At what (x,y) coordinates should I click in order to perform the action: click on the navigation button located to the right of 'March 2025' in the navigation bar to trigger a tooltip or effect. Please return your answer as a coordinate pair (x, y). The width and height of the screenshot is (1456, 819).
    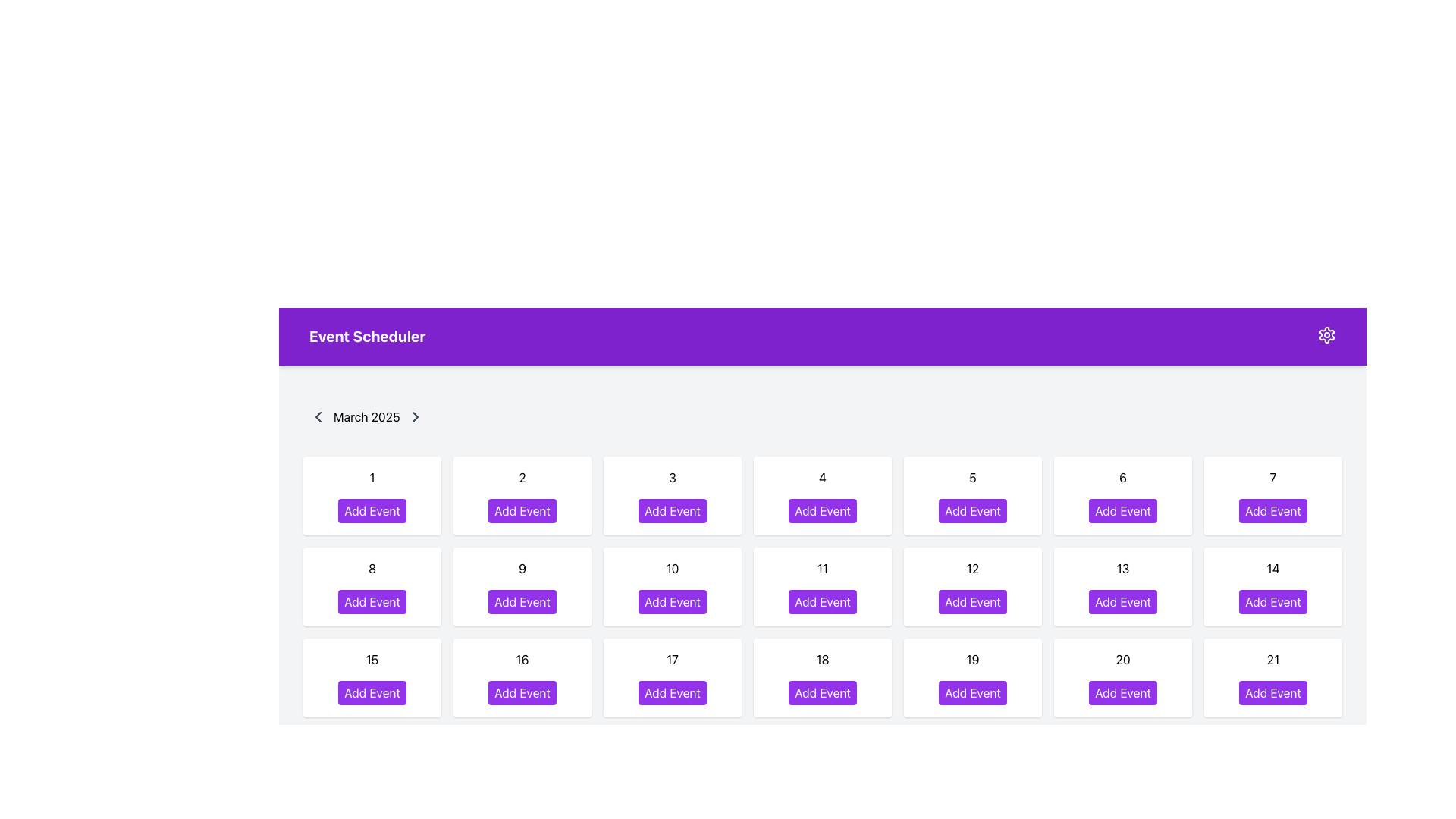
    Looking at the image, I should click on (415, 417).